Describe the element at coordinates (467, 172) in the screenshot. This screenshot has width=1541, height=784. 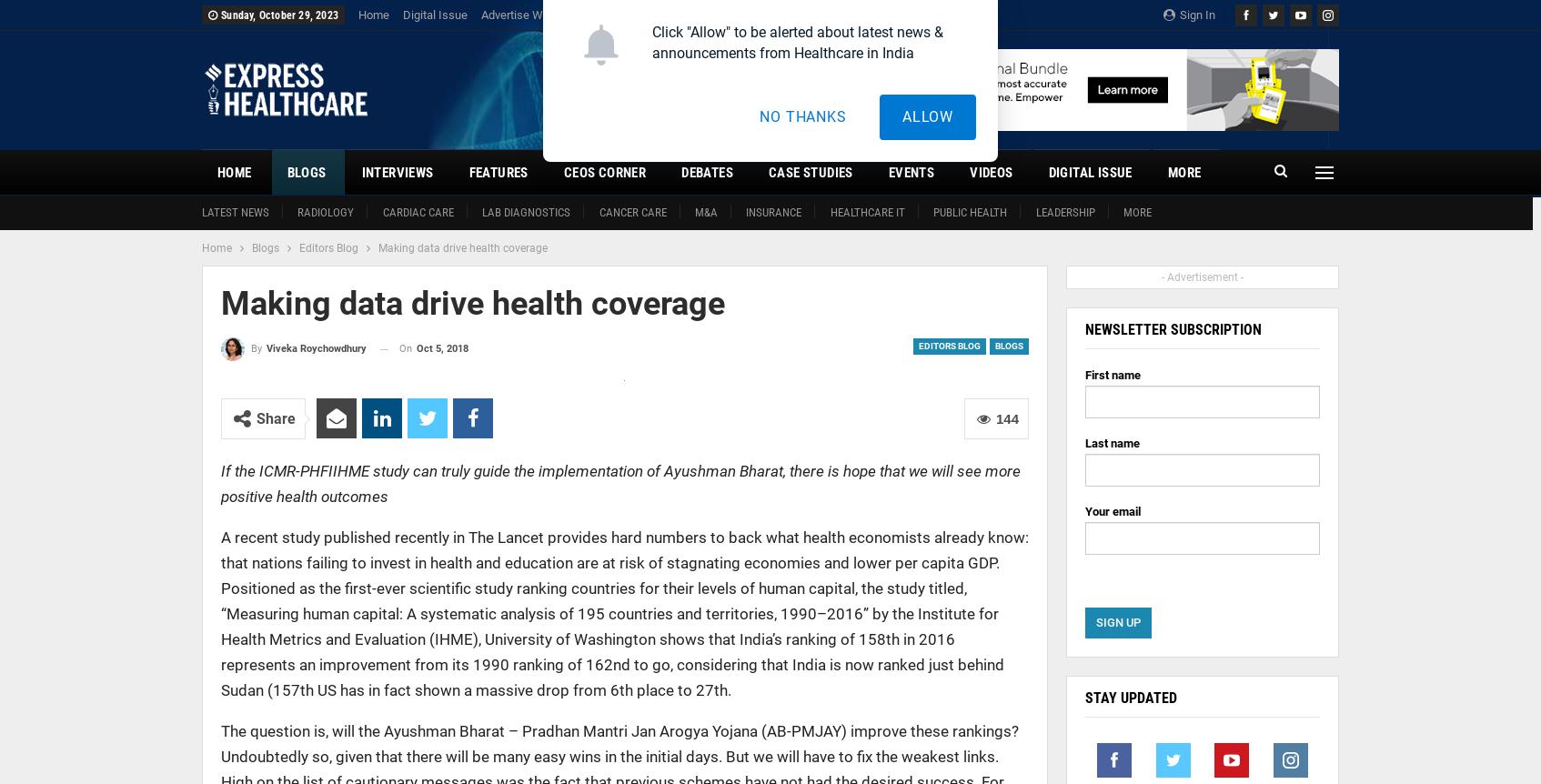
I see `'Features'` at that location.